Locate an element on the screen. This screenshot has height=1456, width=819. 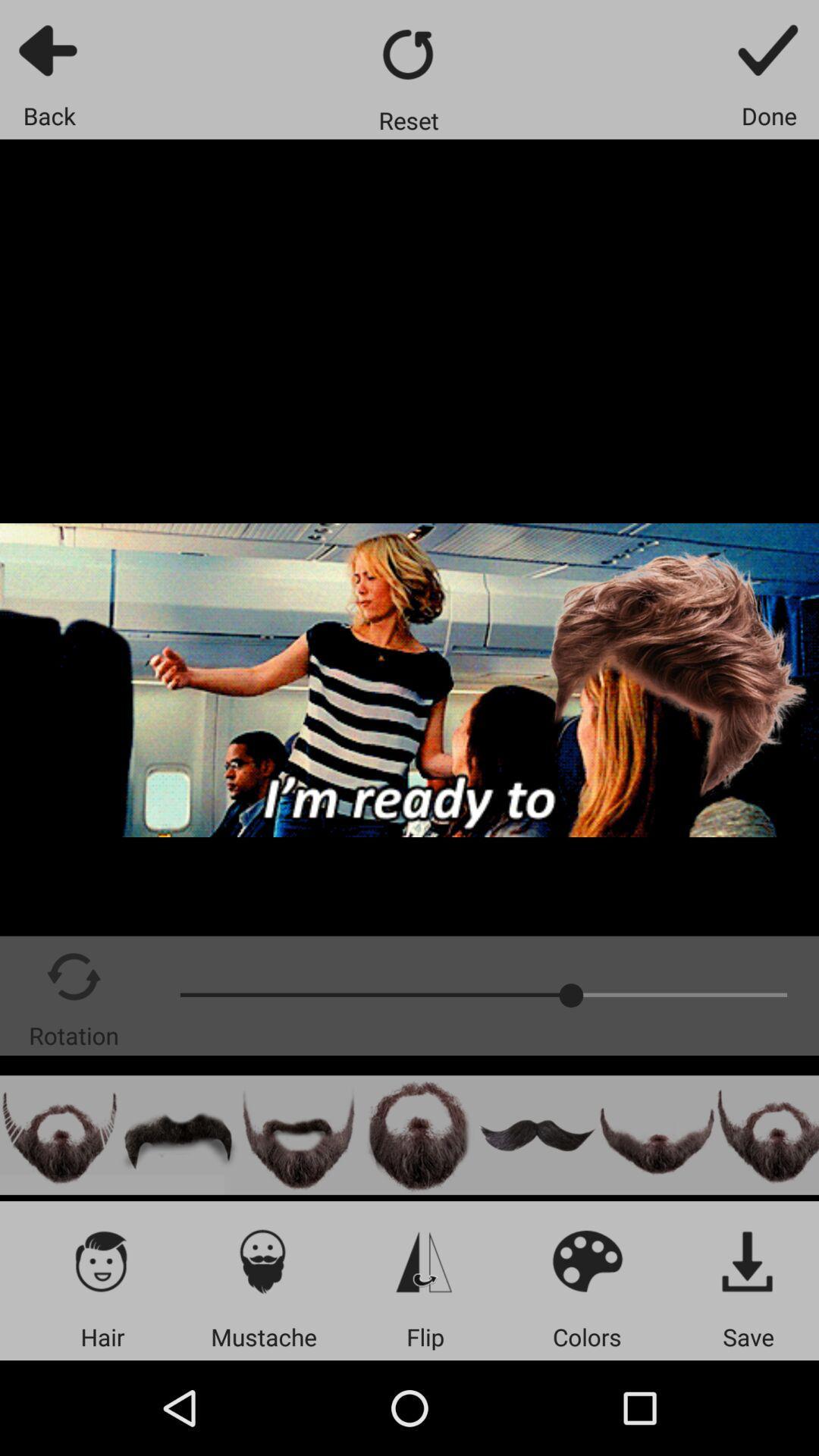
app above the flip icon is located at coordinates (425, 1260).